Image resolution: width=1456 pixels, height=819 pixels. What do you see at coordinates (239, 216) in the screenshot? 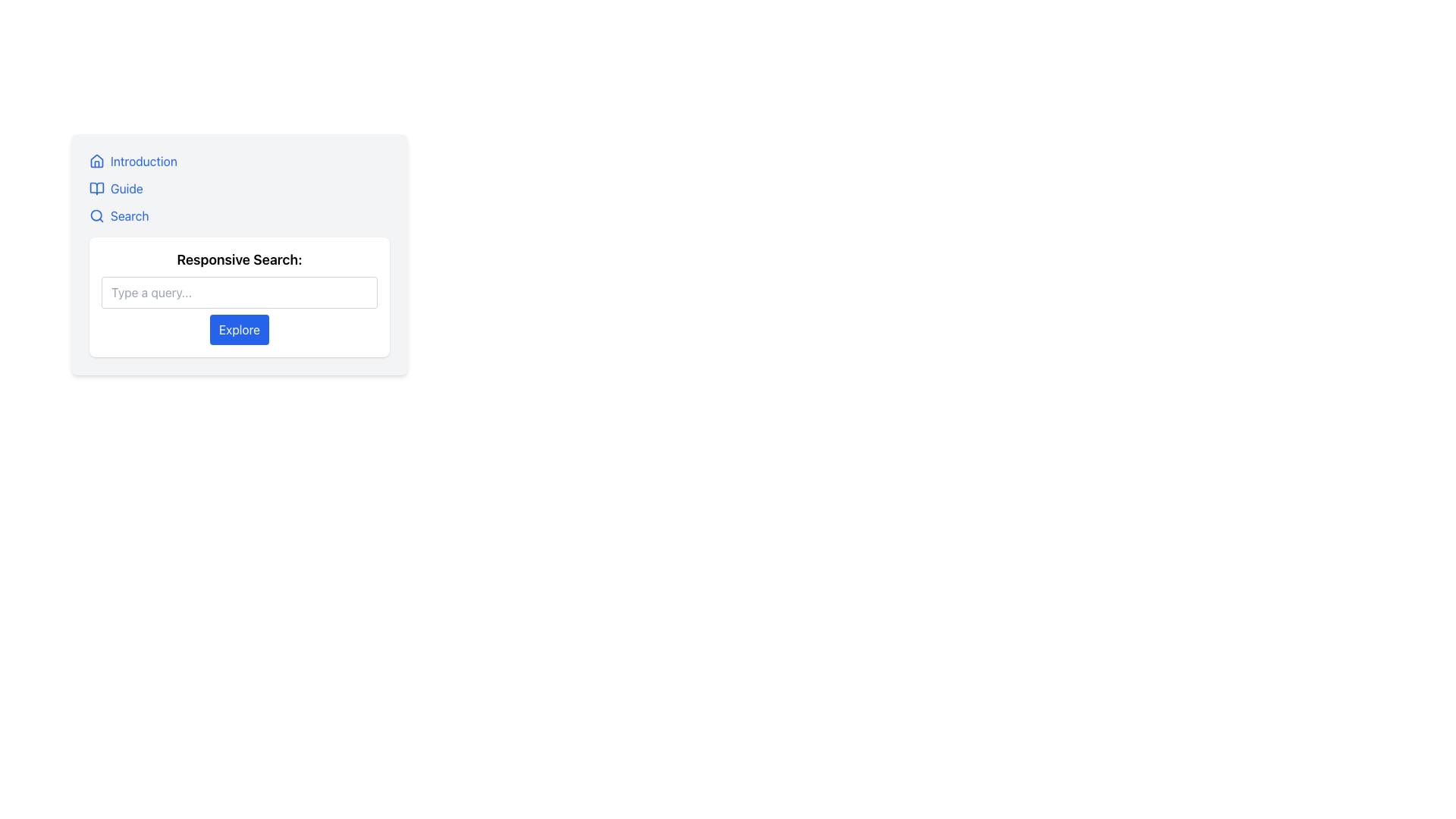
I see `the third navigational link located below the 'Guide' link and above the 'Responsive Search:' section` at bounding box center [239, 216].